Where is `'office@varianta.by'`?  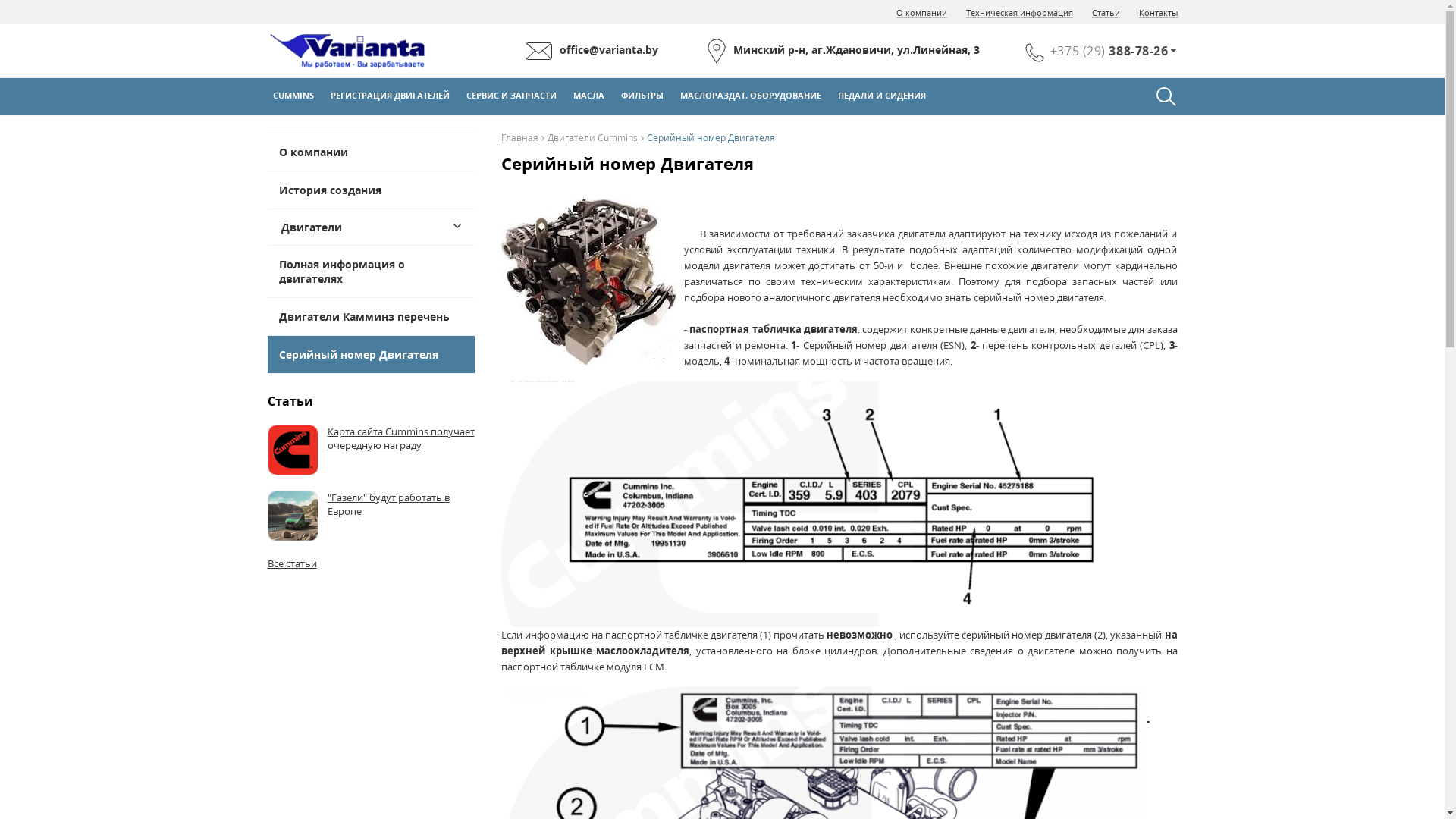
'office@varianta.by' is located at coordinates (591, 50).